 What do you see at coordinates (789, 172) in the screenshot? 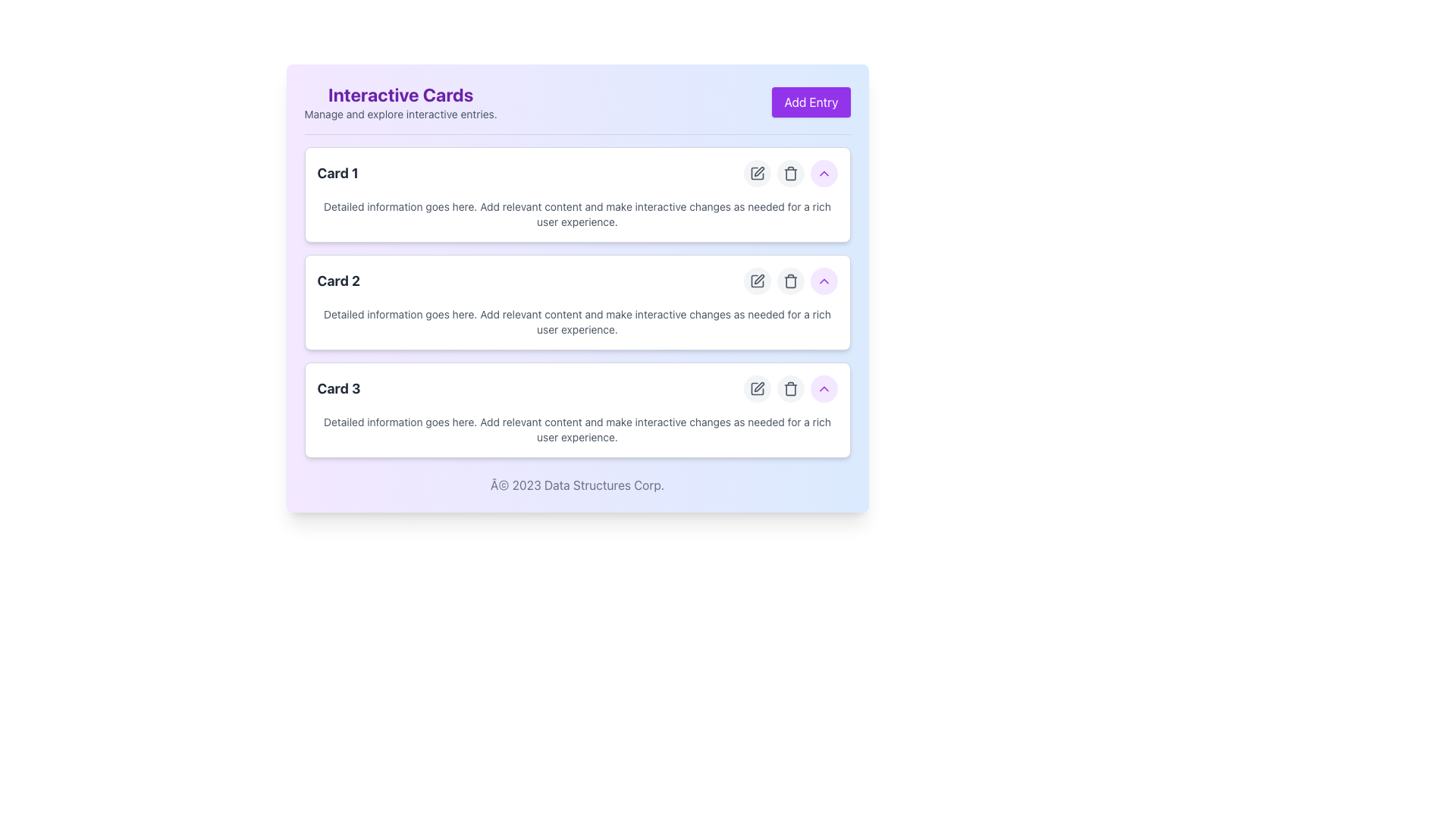
I see `the trash icon button located in the second card's interactive icons cluster near the top right corner to change its background color` at bounding box center [789, 172].